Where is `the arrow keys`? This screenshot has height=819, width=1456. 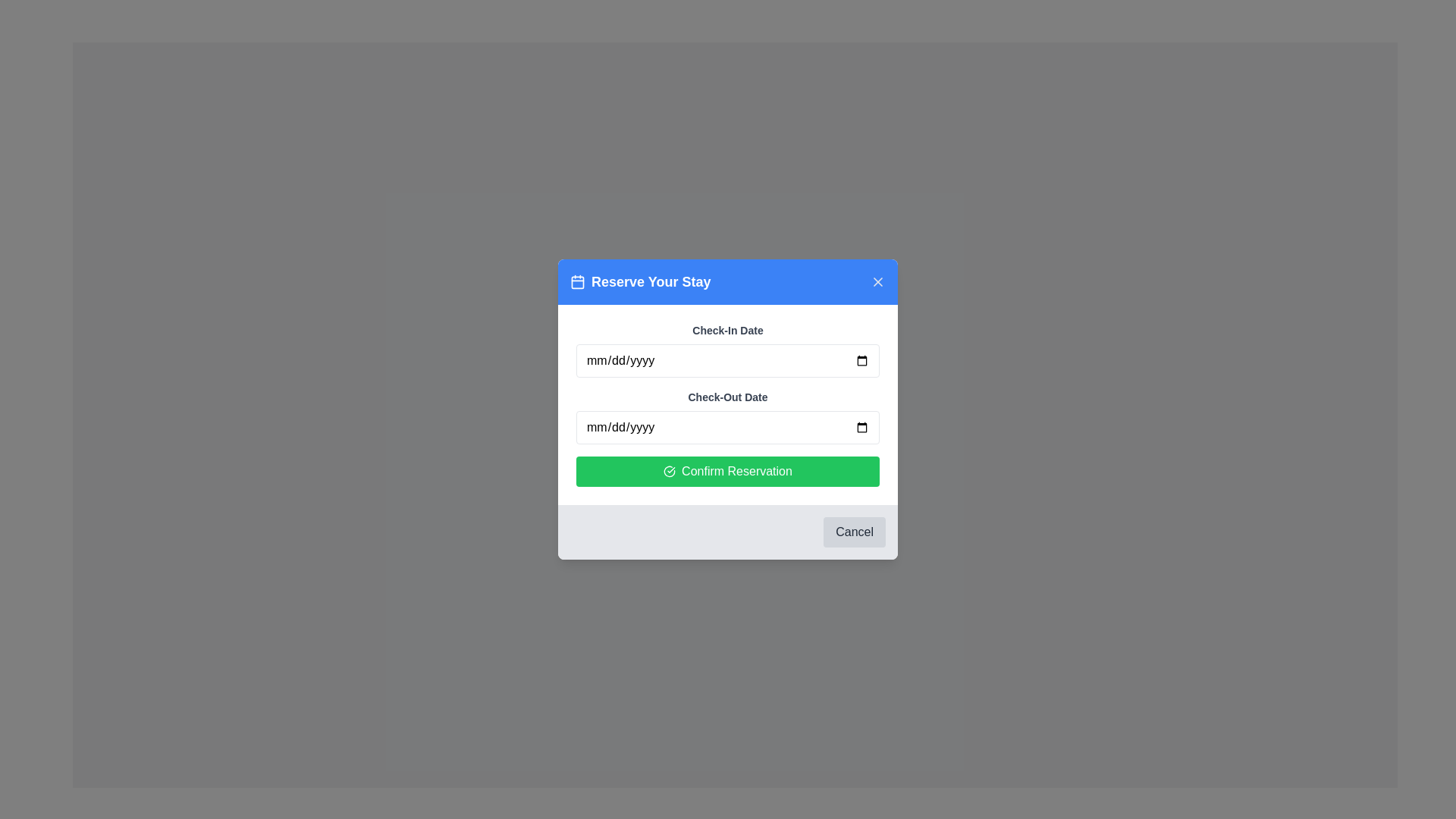 the arrow keys is located at coordinates (728, 350).